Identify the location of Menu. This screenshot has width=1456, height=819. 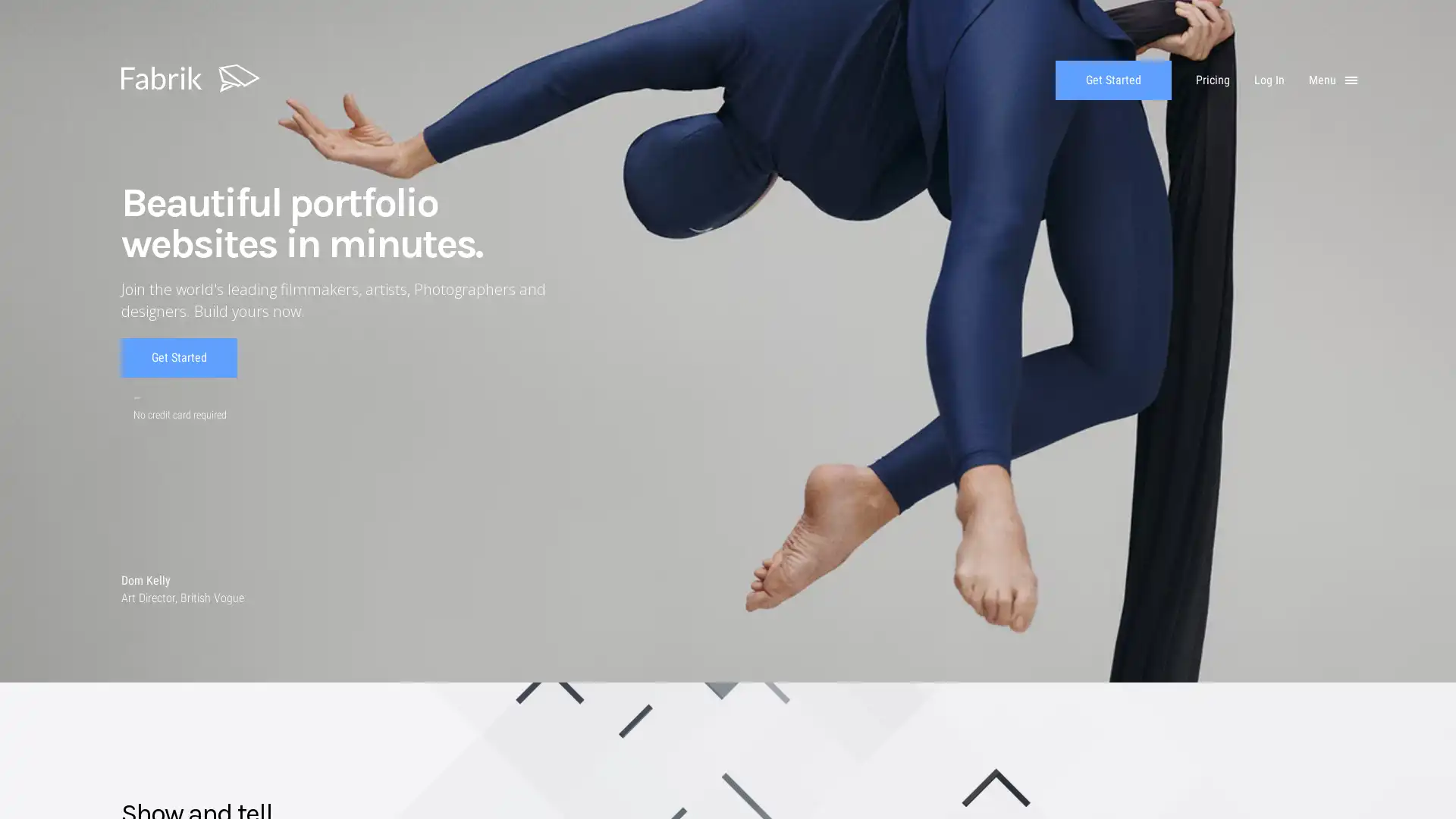
(1323, 80).